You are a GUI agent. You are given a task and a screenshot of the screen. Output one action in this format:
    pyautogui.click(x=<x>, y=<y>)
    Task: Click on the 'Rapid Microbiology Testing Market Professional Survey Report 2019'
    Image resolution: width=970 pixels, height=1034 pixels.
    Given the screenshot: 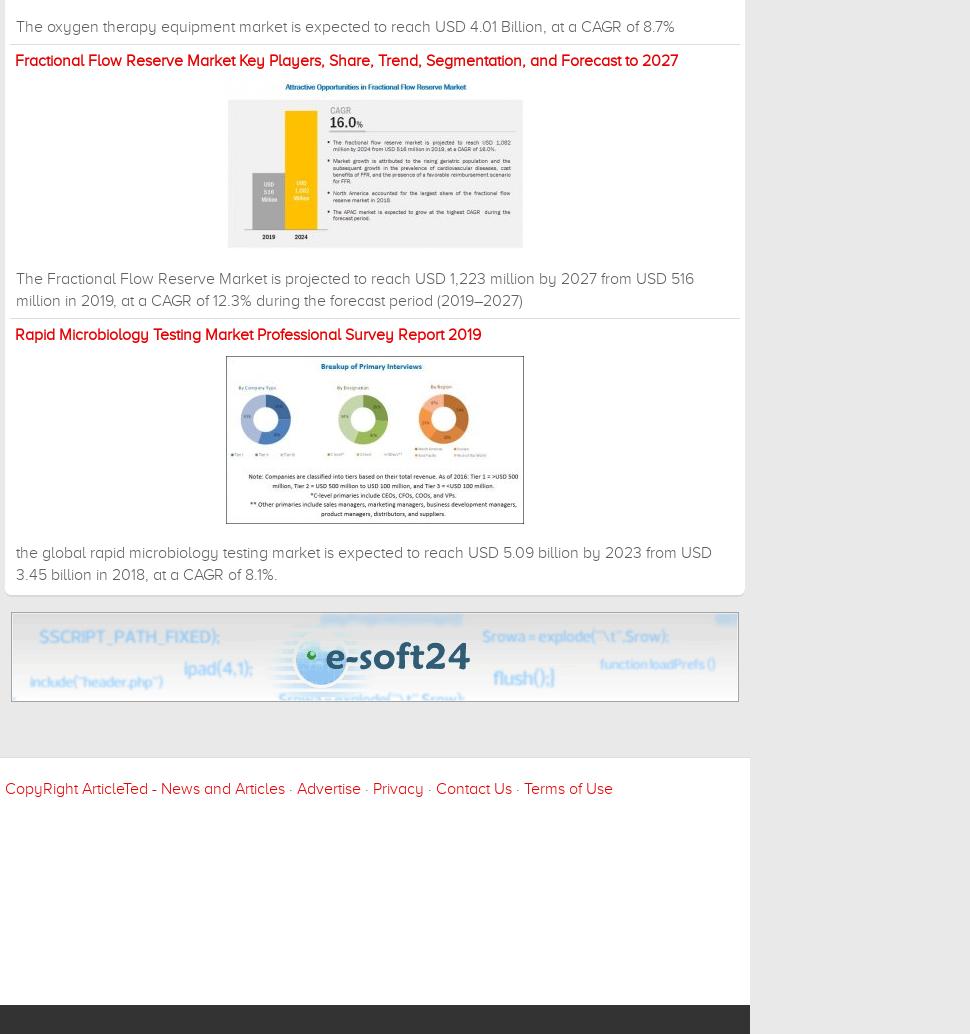 What is the action you would take?
    pyautogui.click(x=247, y=333)
    